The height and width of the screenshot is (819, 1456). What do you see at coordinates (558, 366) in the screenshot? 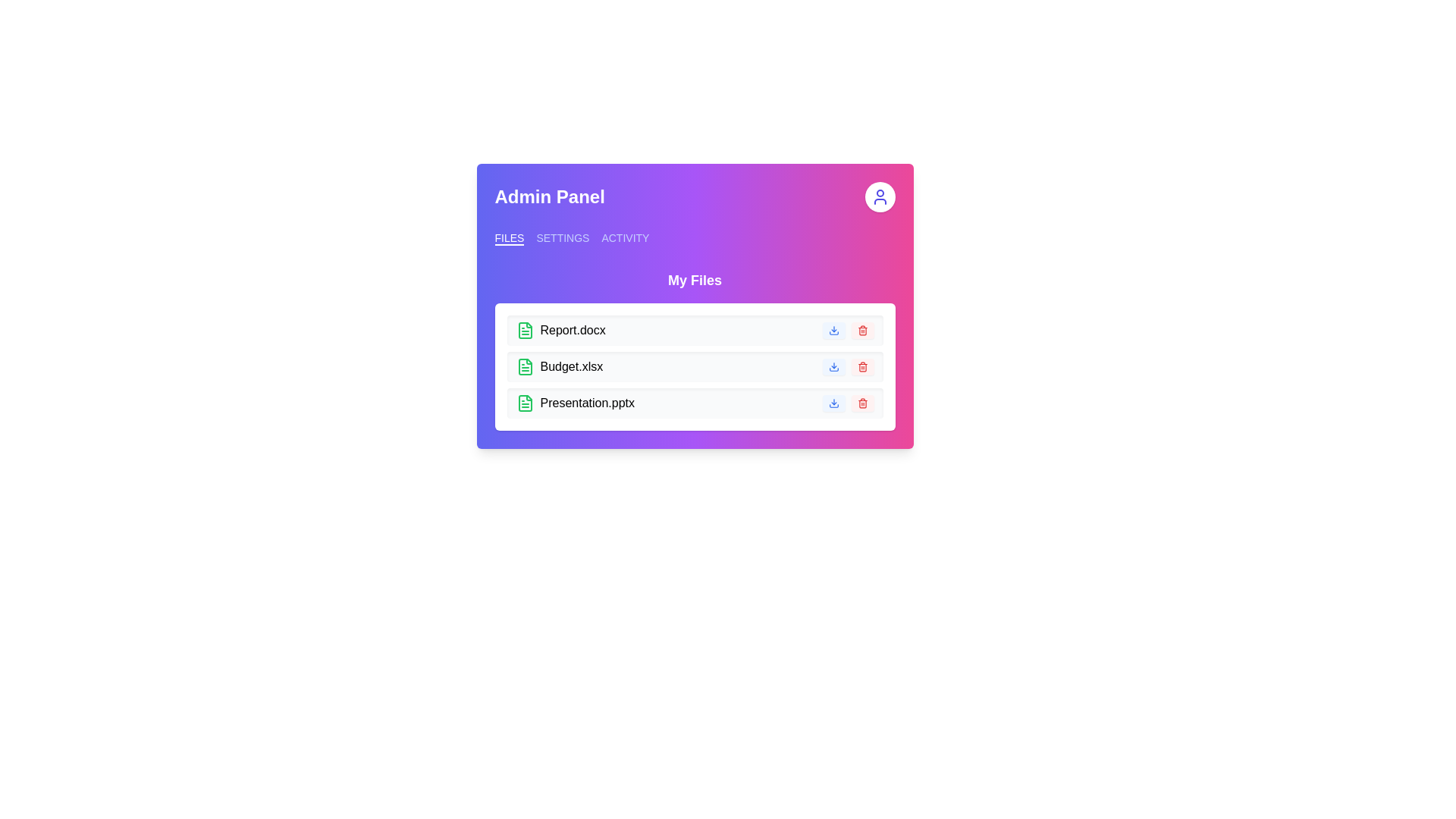
I see `on the 'Budget.xlsx' file item, which consists of a green outlined document icon followed by the text in a simple sans-serif font` at bounding box center [558, 366].